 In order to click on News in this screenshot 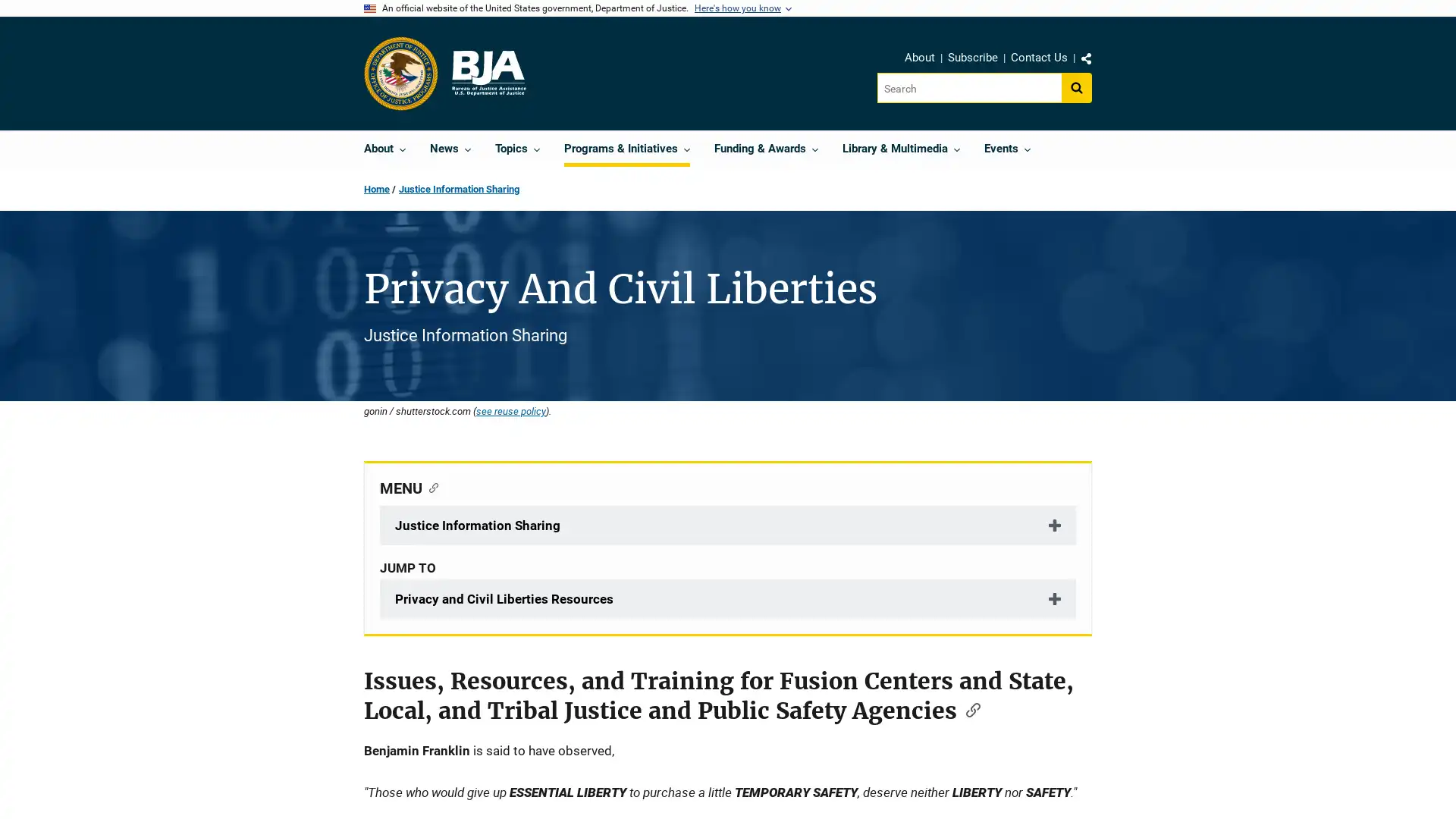, I will do `click(450, 149)`.